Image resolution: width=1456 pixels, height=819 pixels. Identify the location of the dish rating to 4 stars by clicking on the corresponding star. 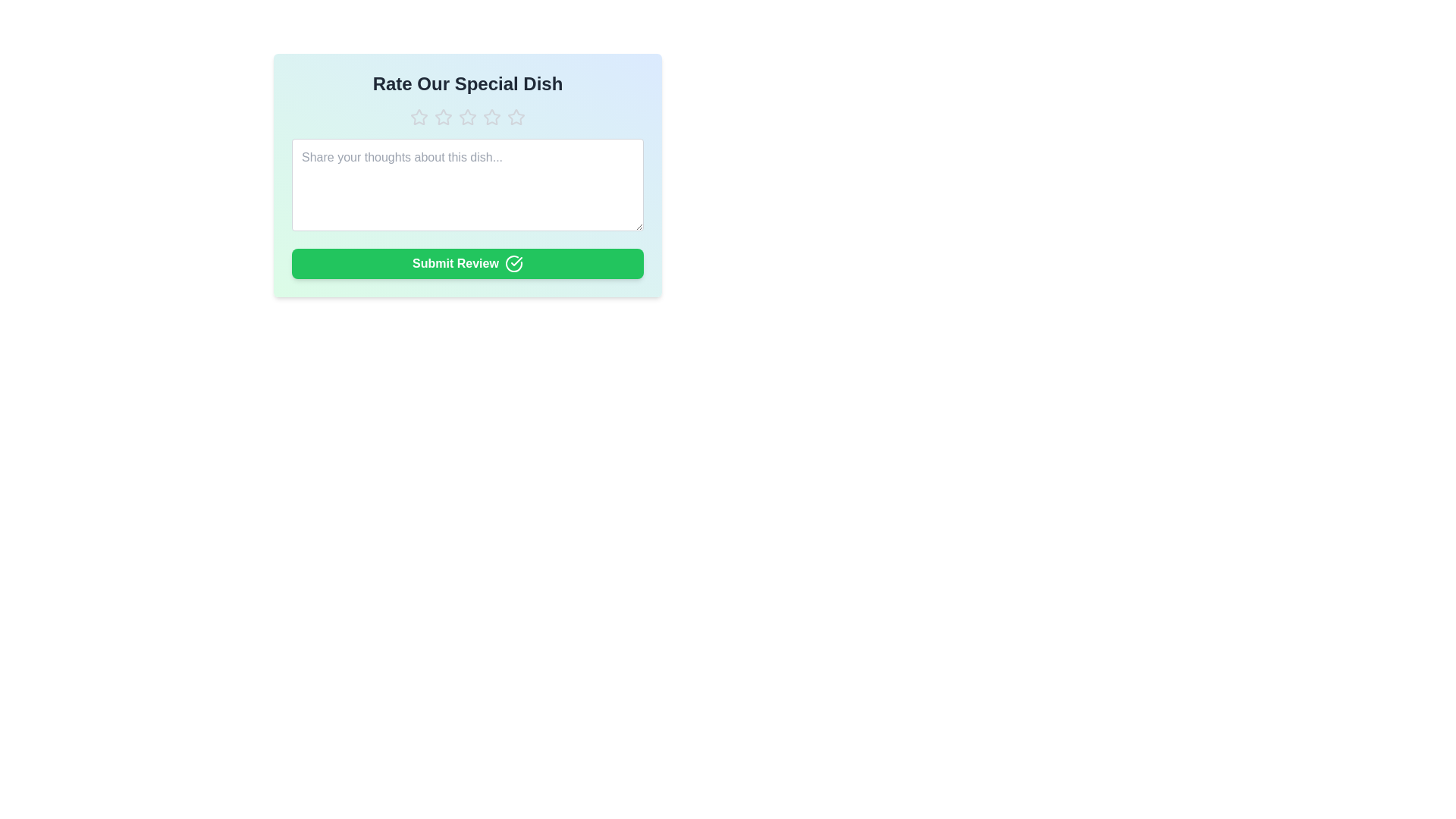
(491, 116).